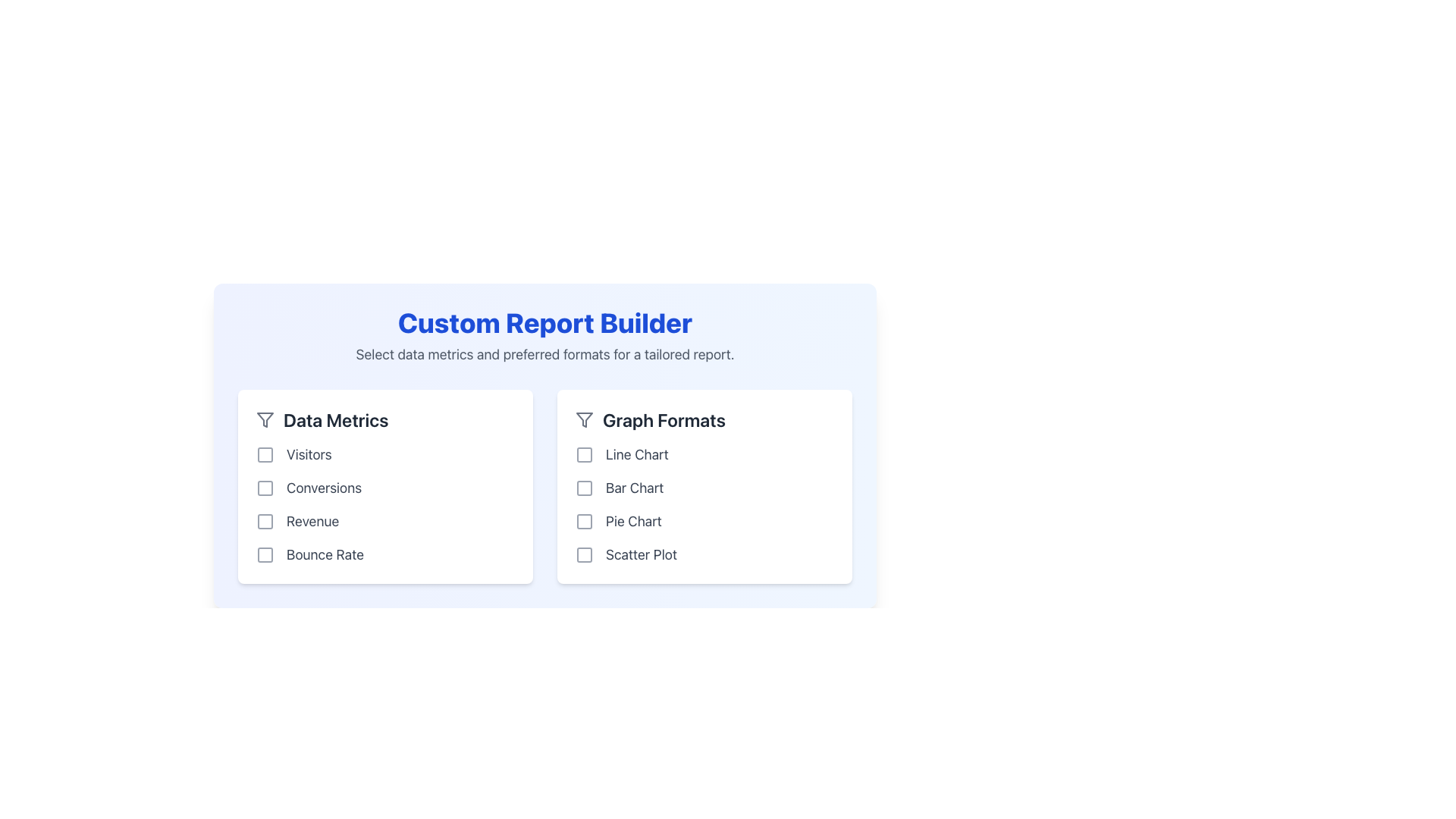 This screenshot has width=1456, height=819. Describe the element at coordinates (265, 488) in the screenshot. I see `the second checkbox in the 'Data Metrics' section` at that location.